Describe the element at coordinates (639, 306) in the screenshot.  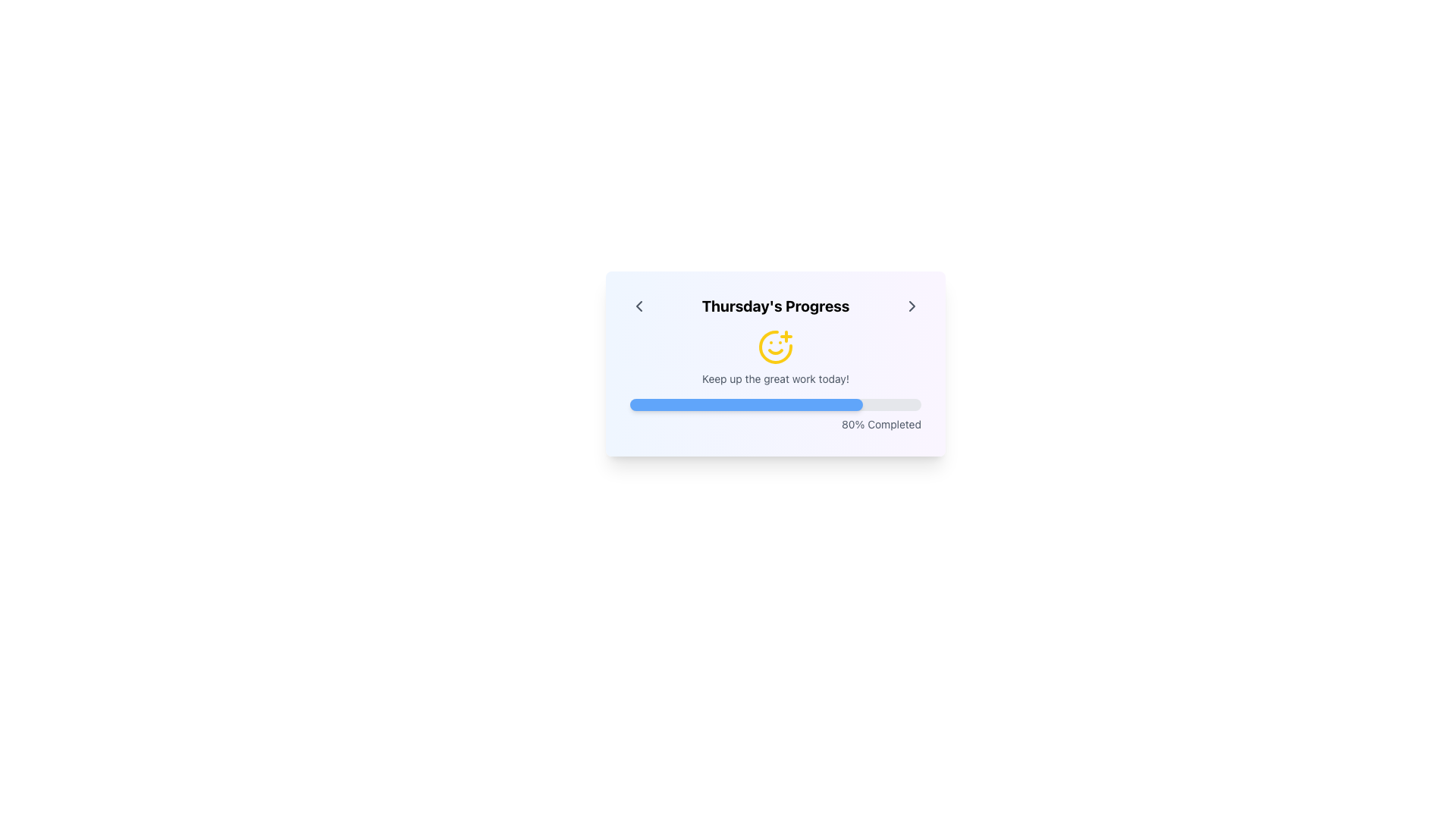
I see `the left-pointing chevron-style back arrow icon located at the left side of the 'Thursday's Progress' heading to initiate navigation` at that location.